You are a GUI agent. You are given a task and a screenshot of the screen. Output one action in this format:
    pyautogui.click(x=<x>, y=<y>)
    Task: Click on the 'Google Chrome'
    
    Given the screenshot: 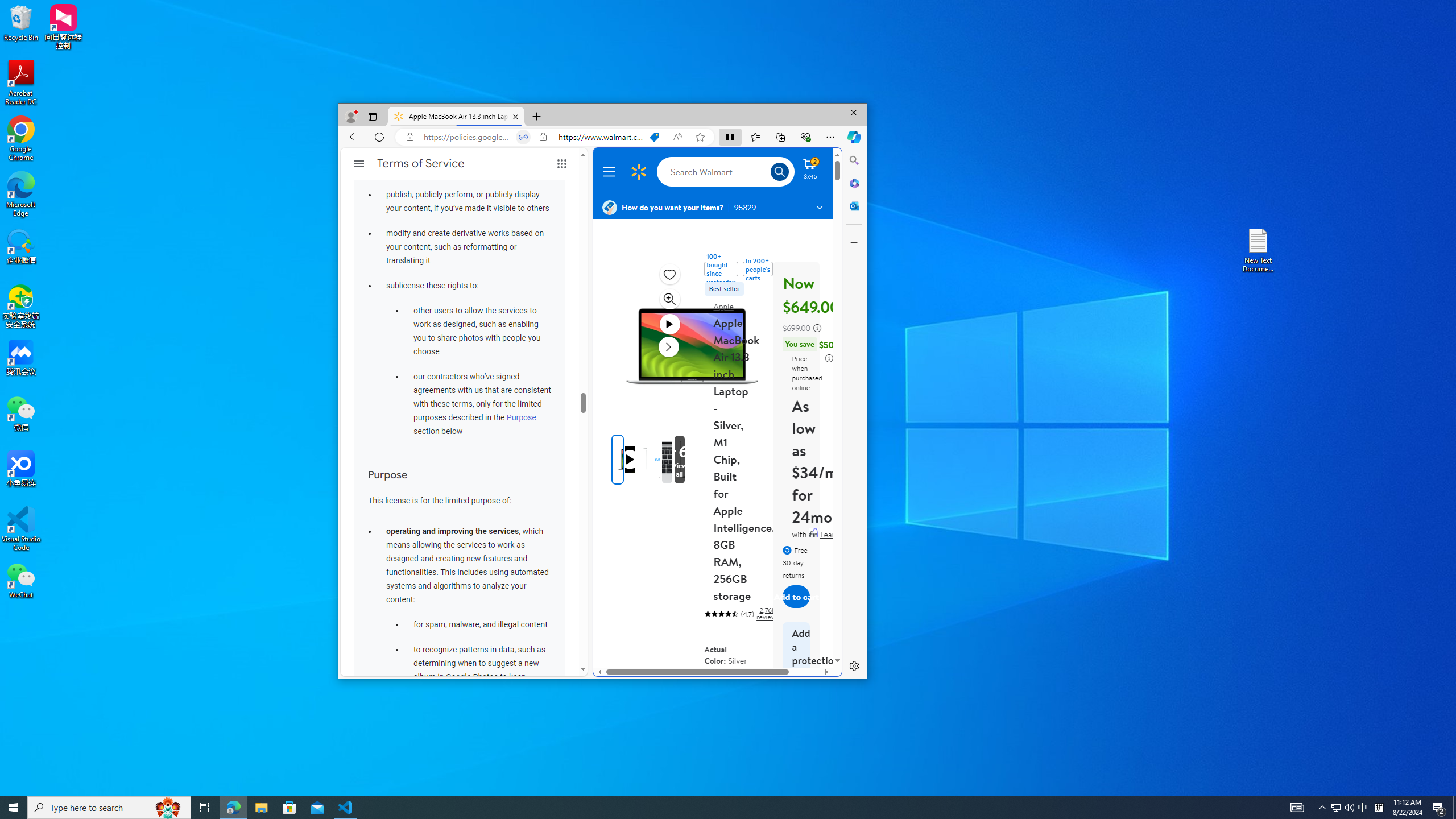 What is the action you would take?
    pyautogui.click(x=20, y=139)
    